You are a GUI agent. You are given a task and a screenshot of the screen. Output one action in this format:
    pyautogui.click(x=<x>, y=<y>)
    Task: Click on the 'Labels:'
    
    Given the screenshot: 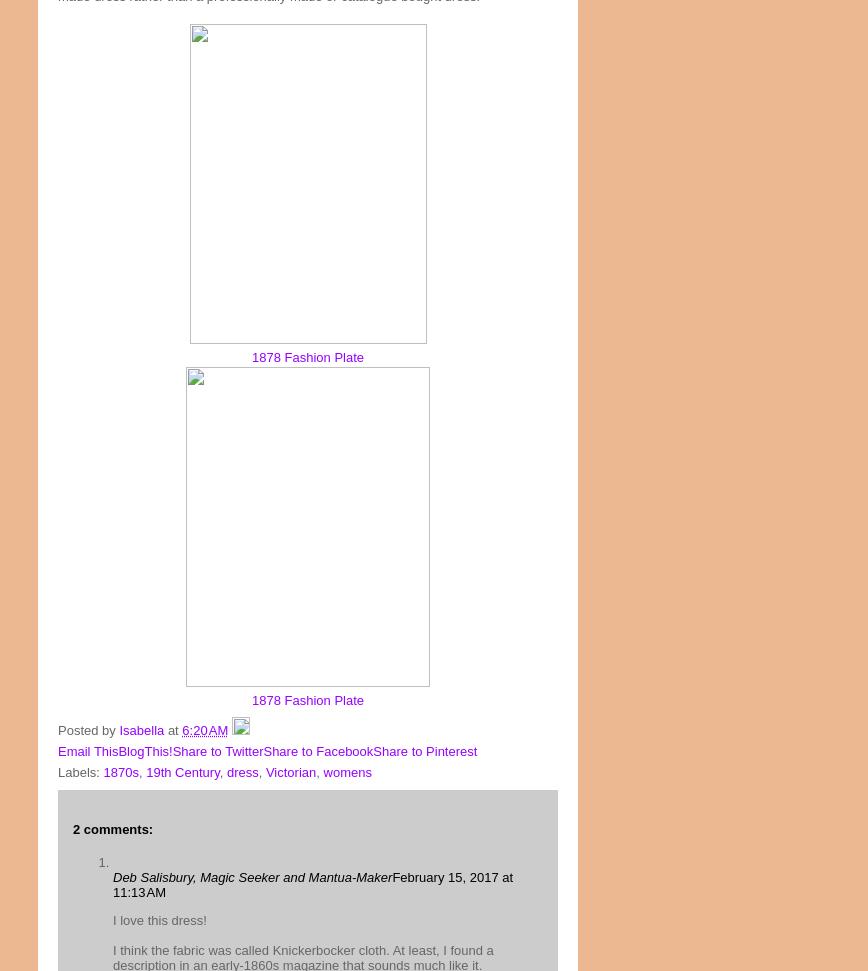 What is the action you would take?
    pyautogui.click(x=80, y=771)
    